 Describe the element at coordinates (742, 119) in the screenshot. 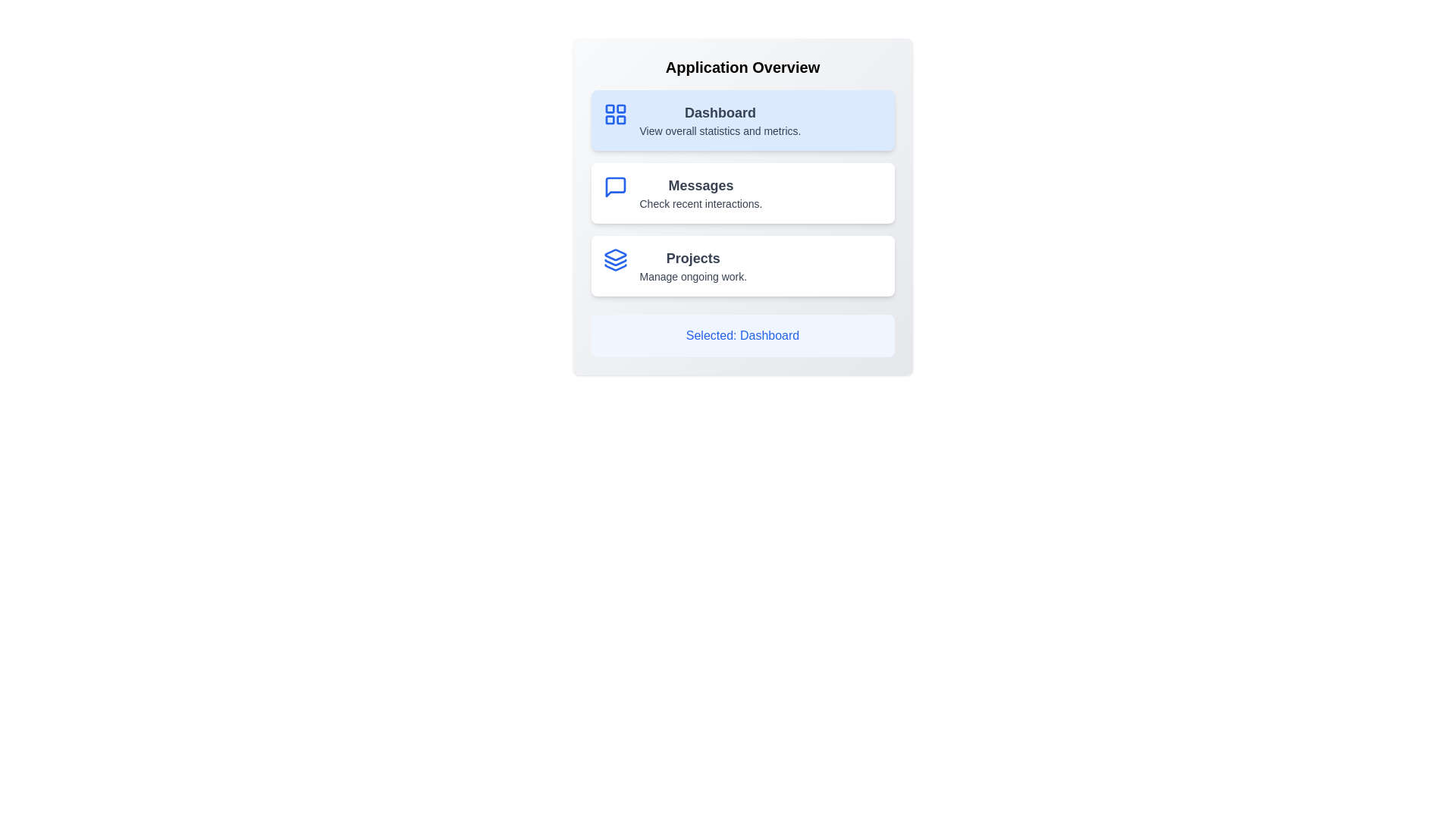

I see `the option Dashboard from the list` at that location.